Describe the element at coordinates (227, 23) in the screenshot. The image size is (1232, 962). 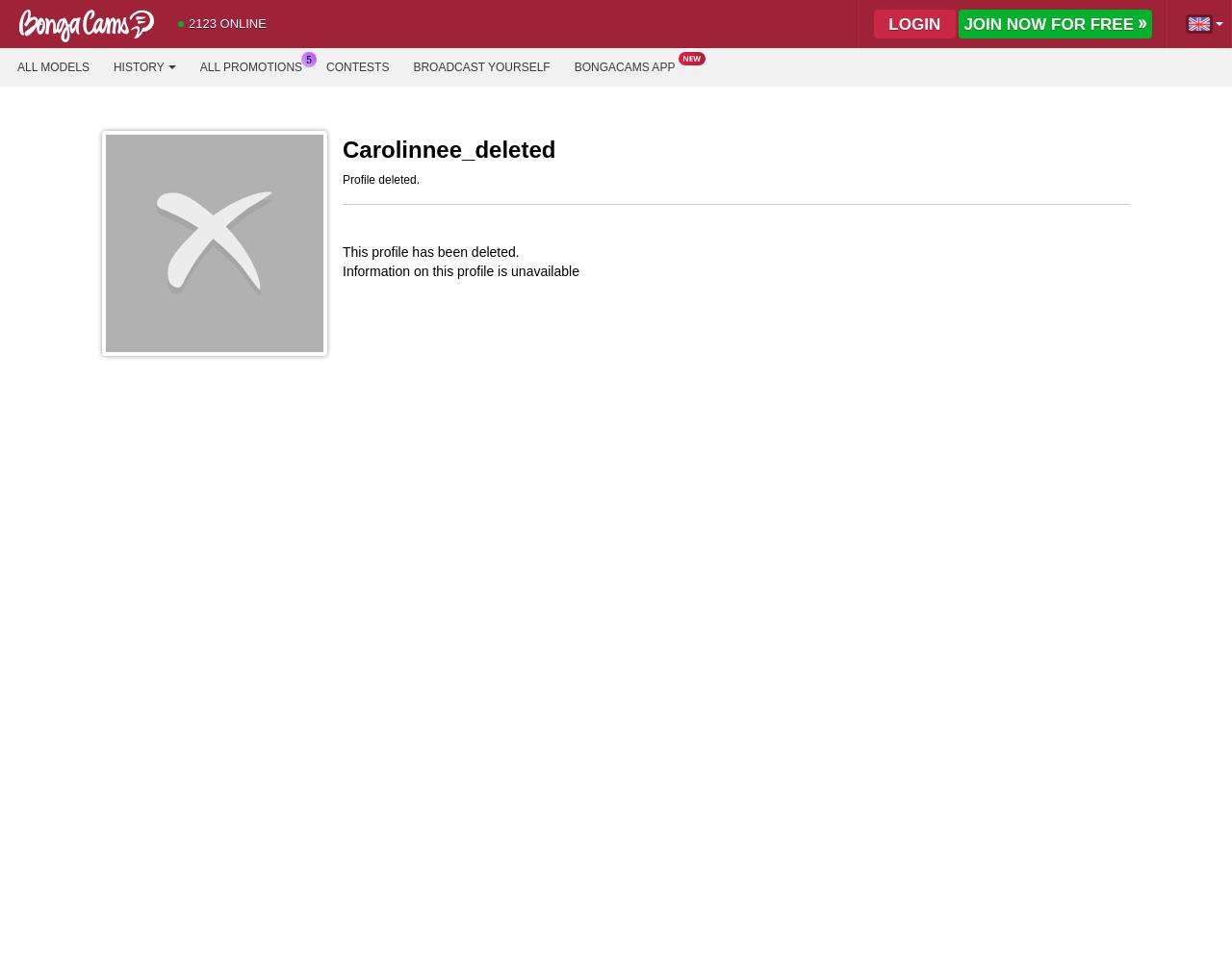
I see `'2123 Online'` at that location.